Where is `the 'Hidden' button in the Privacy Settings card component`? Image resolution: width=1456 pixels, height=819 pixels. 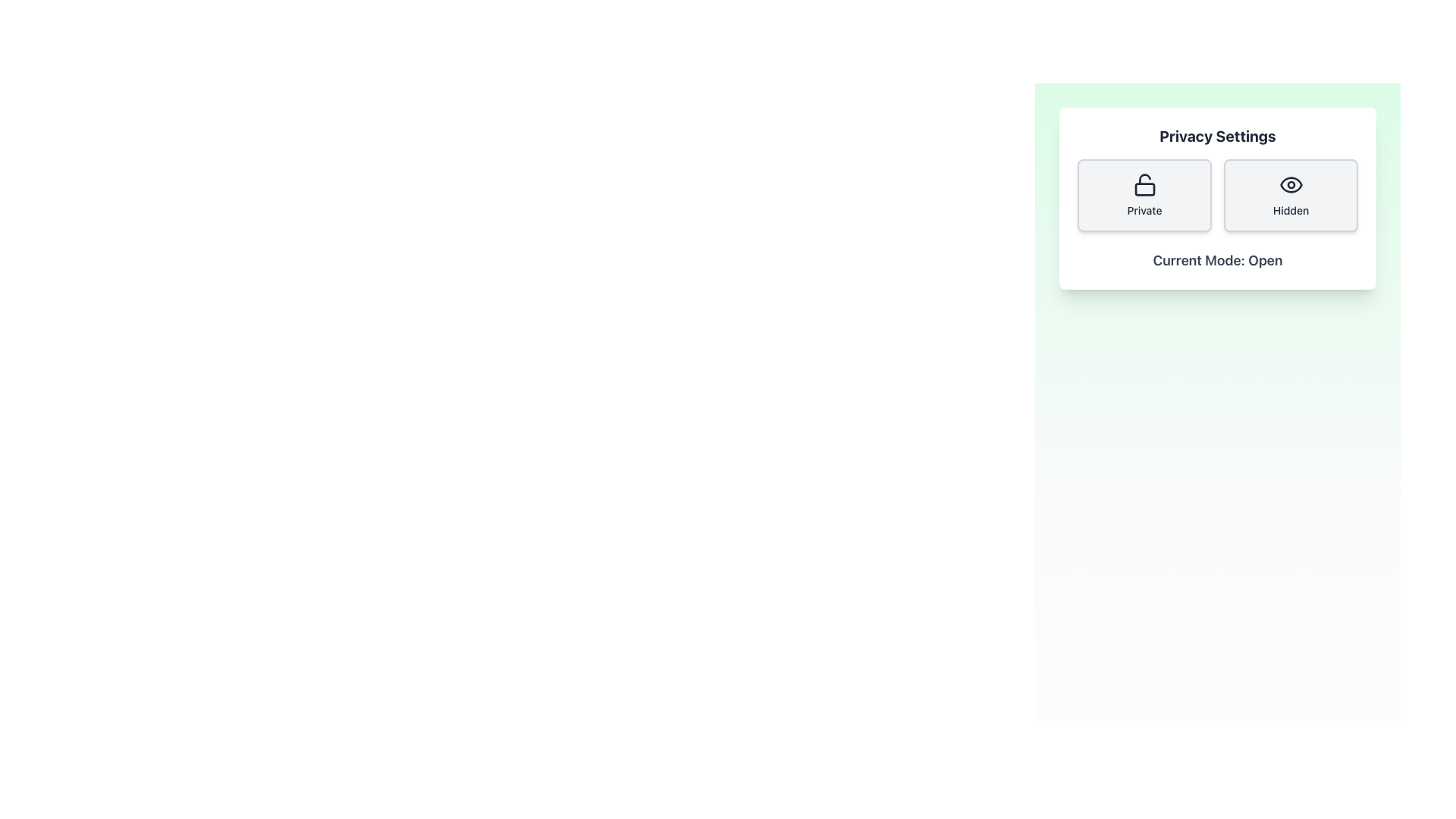 the 'Hidden' button in the Privacy Settings card component is located at coordinates (1218, 198).